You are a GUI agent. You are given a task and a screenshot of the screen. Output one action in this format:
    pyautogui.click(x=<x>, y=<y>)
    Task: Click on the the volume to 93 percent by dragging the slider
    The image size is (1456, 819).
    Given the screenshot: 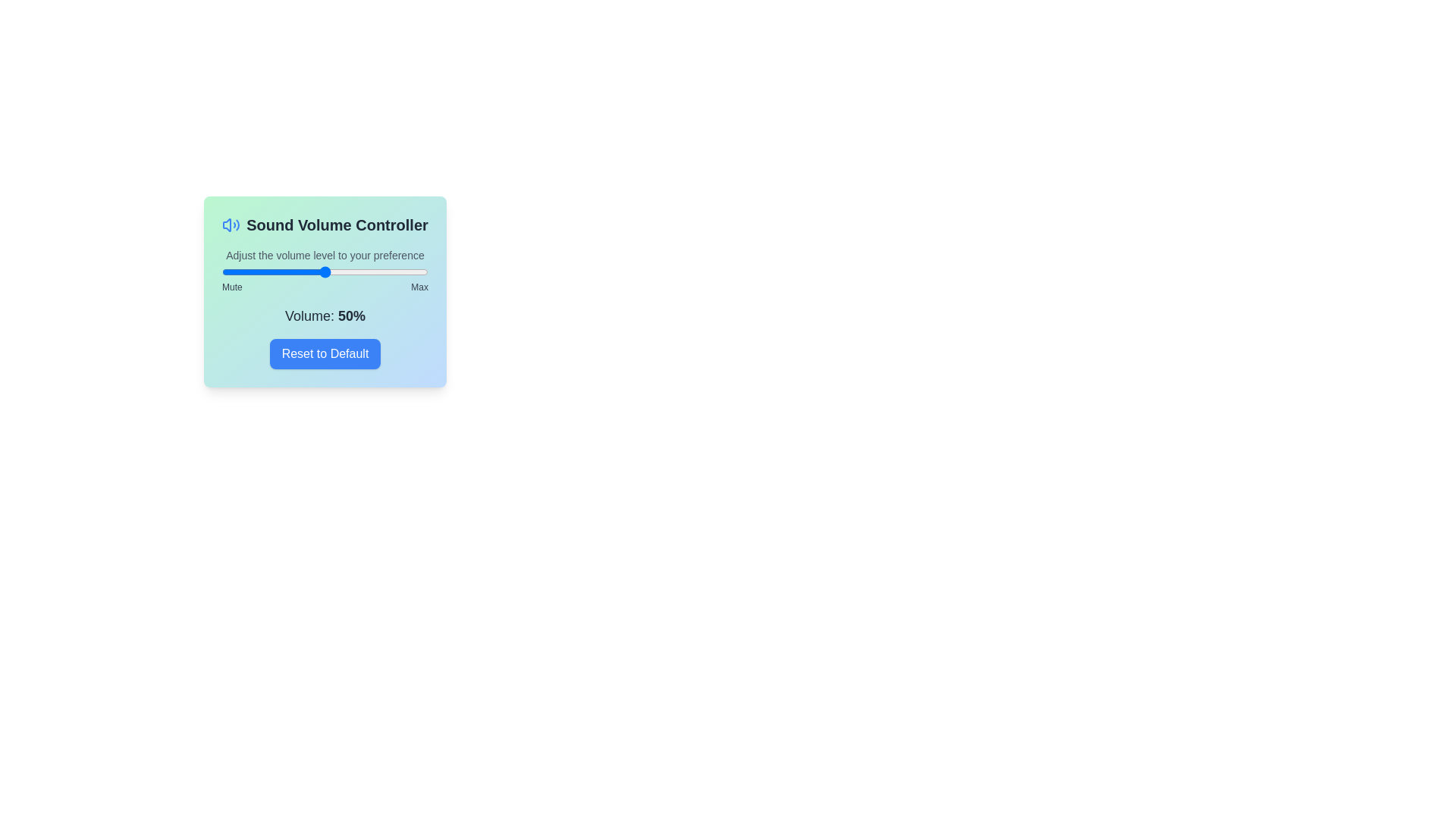 What is the action you would take?
    pyautogui.click(x=414, y=271)
    